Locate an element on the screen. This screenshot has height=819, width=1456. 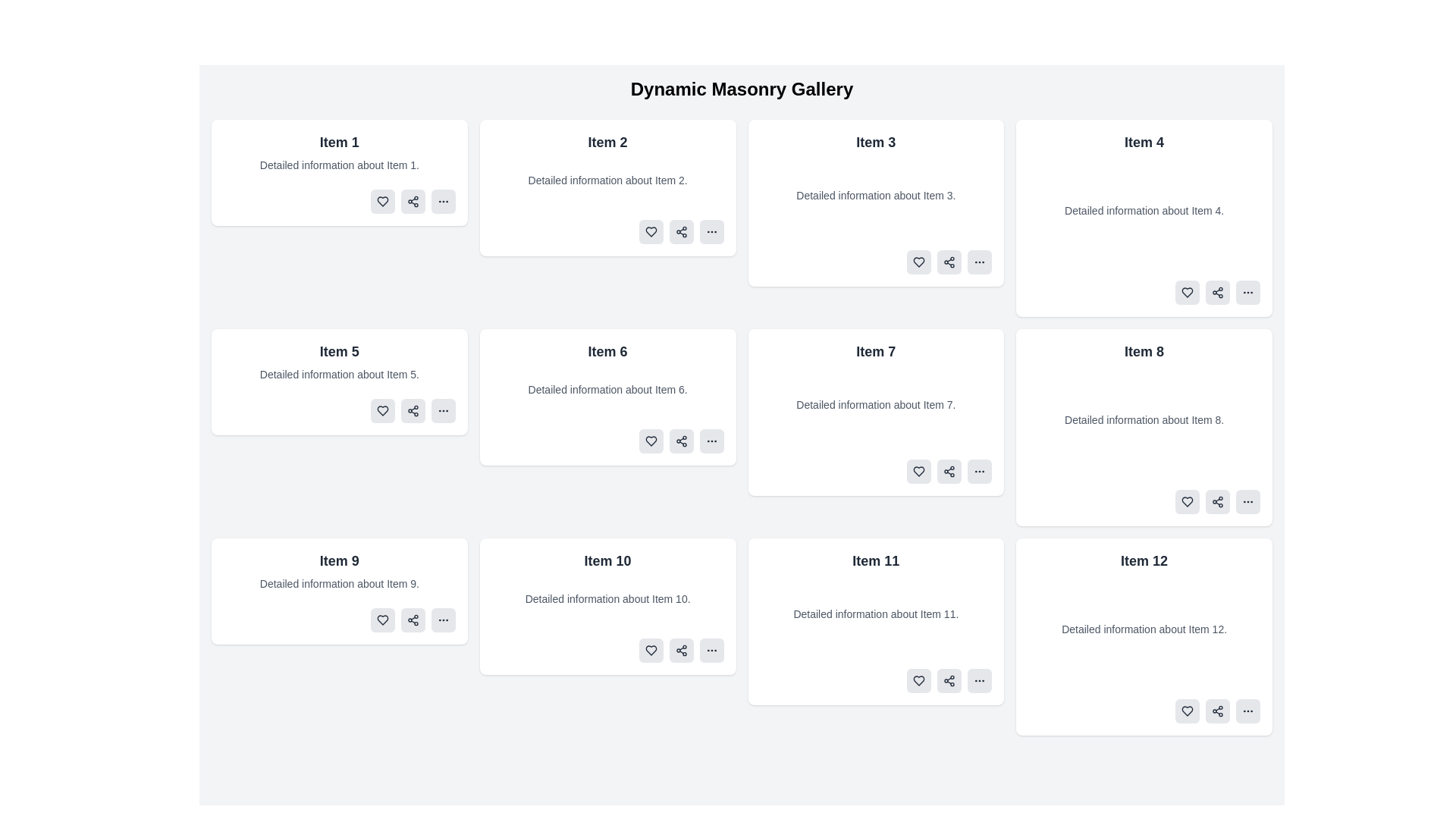
the 'share' button located in the lower right corner of the card labeled 'Item 7' is located at coordinates (949, 470).